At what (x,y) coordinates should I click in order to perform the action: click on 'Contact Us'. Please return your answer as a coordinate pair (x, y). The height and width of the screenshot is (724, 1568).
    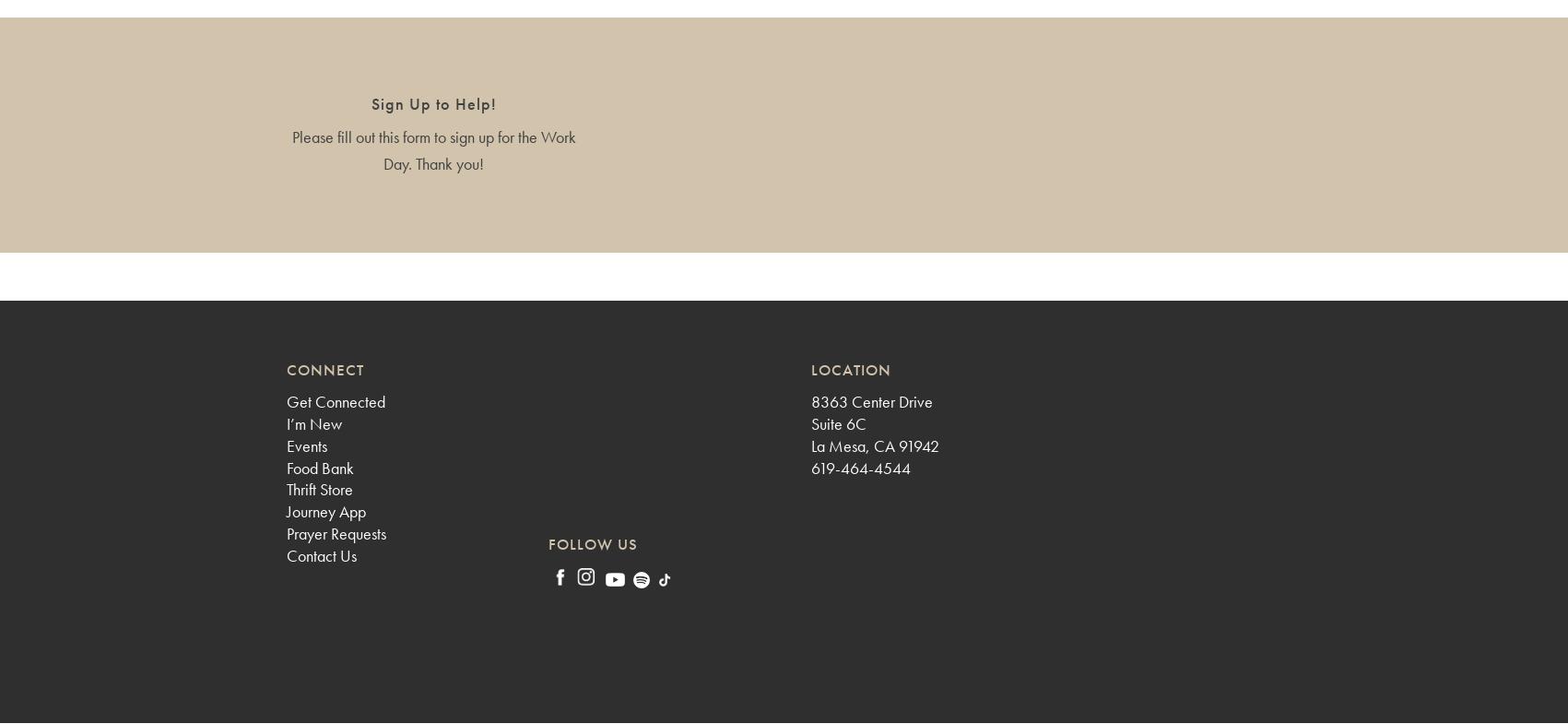
    Looking at the image, I should click on (321, 554).